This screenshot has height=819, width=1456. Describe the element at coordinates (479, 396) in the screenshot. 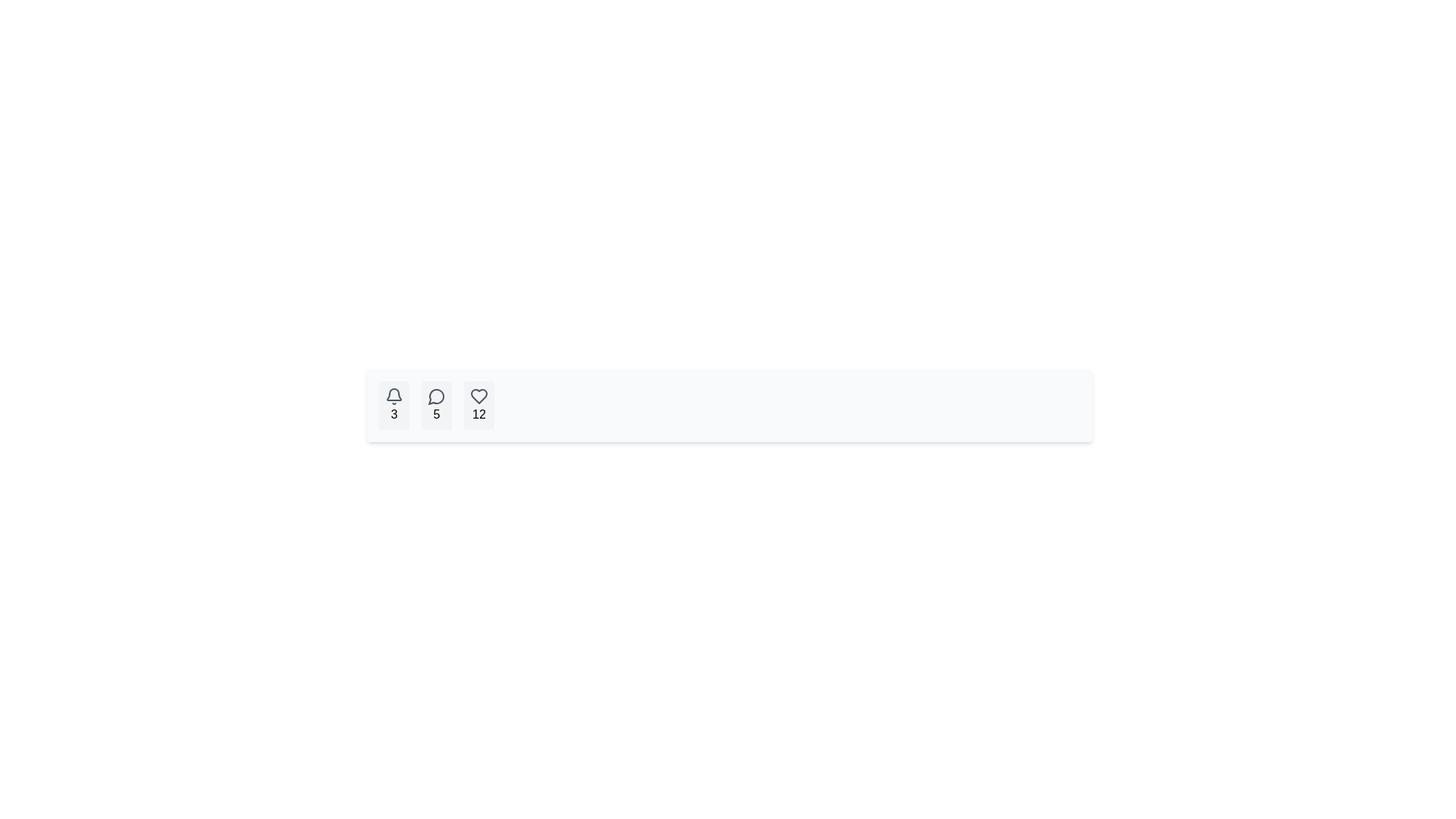

I see `the heart-shaped icon button located at the bottom center of the interface` at that location.